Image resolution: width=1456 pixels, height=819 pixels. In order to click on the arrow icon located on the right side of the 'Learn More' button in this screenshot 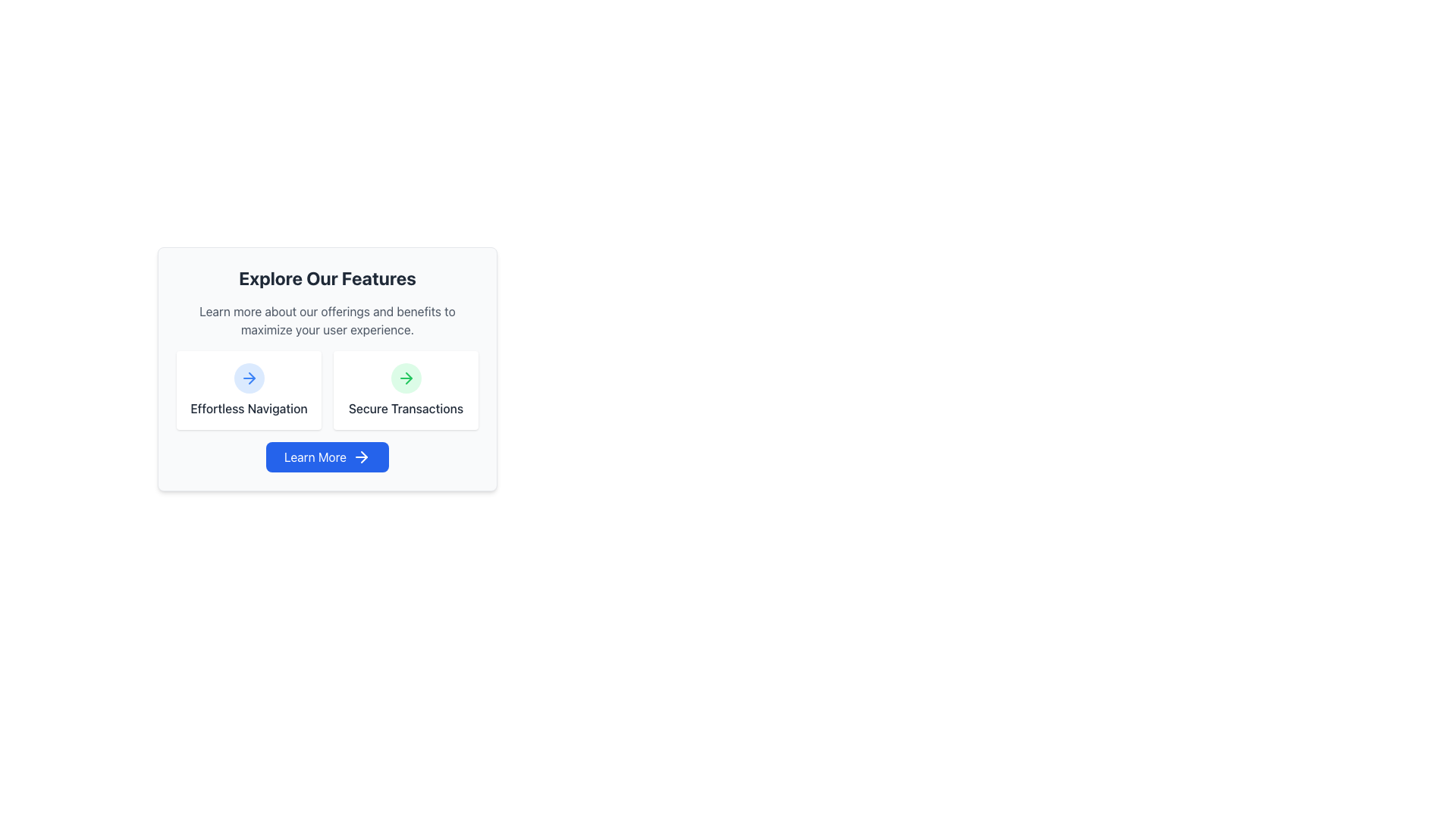, I will do `click(361, 456)`.